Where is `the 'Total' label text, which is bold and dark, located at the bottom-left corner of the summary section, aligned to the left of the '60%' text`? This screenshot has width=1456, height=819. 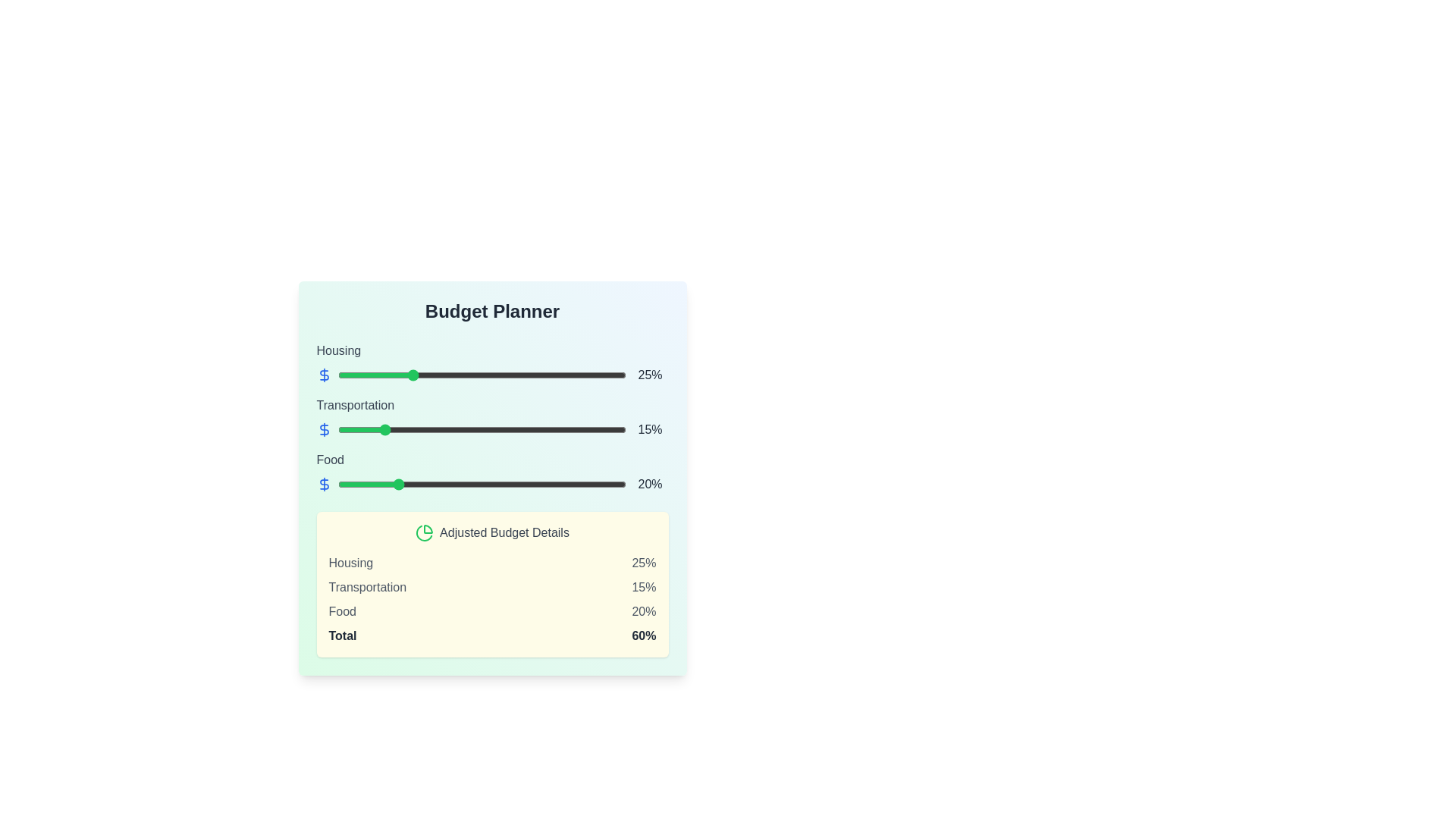
the 'Total' label text, which is bold and dark, located at the bottom-left corner of the summary section, aligned to the left of the '60%' text is located at coordinates (341, 636).